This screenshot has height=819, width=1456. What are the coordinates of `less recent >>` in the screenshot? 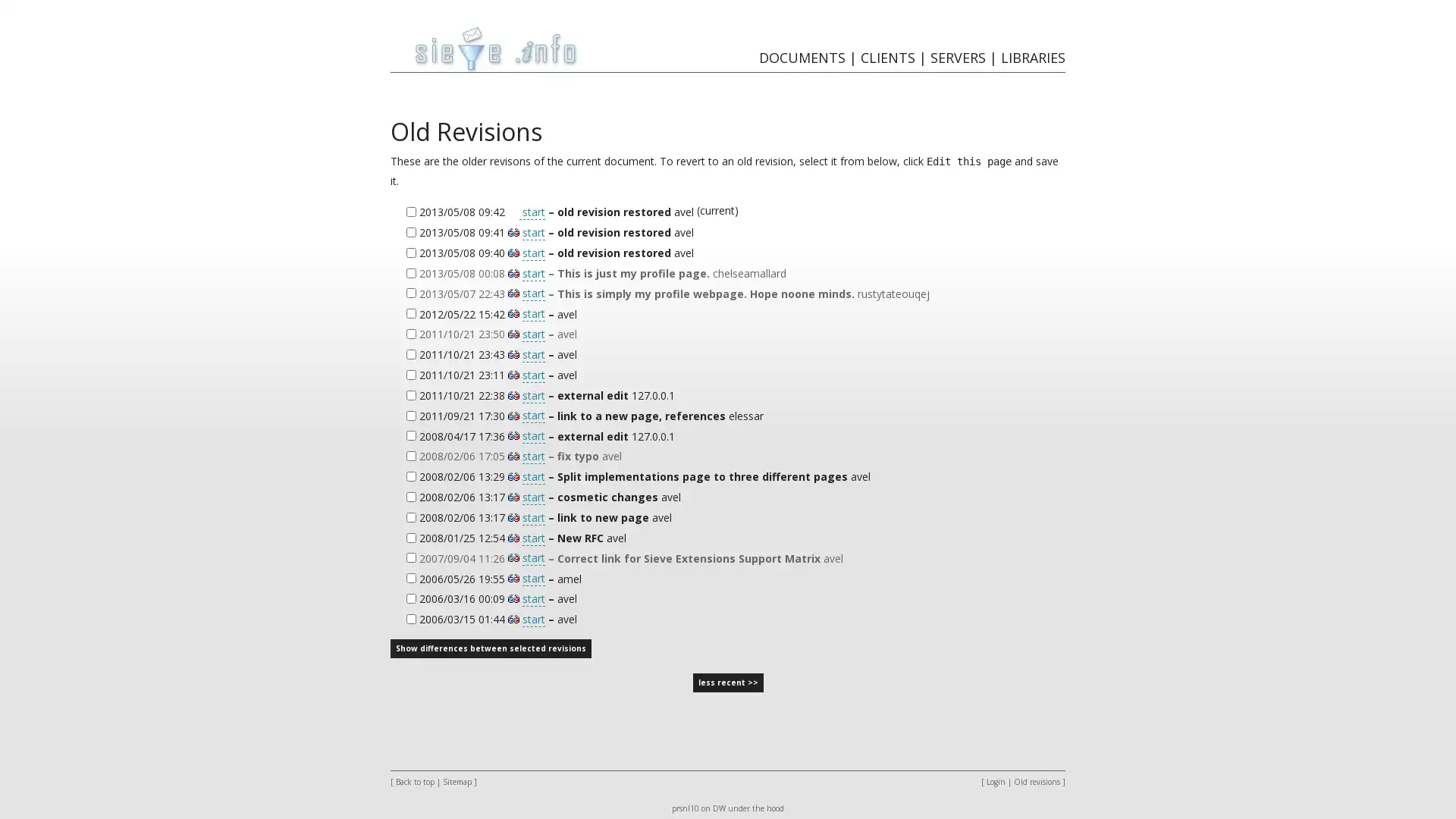 It's located at (726, 682).